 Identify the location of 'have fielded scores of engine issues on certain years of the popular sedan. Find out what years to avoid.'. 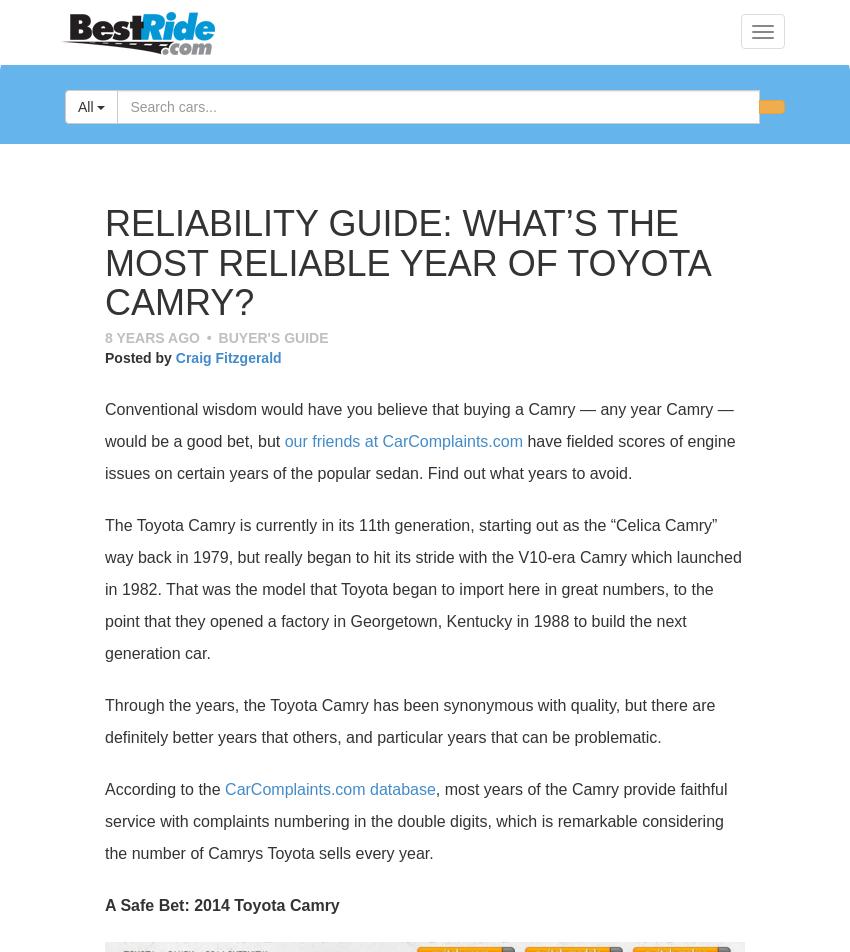
(419, 456).